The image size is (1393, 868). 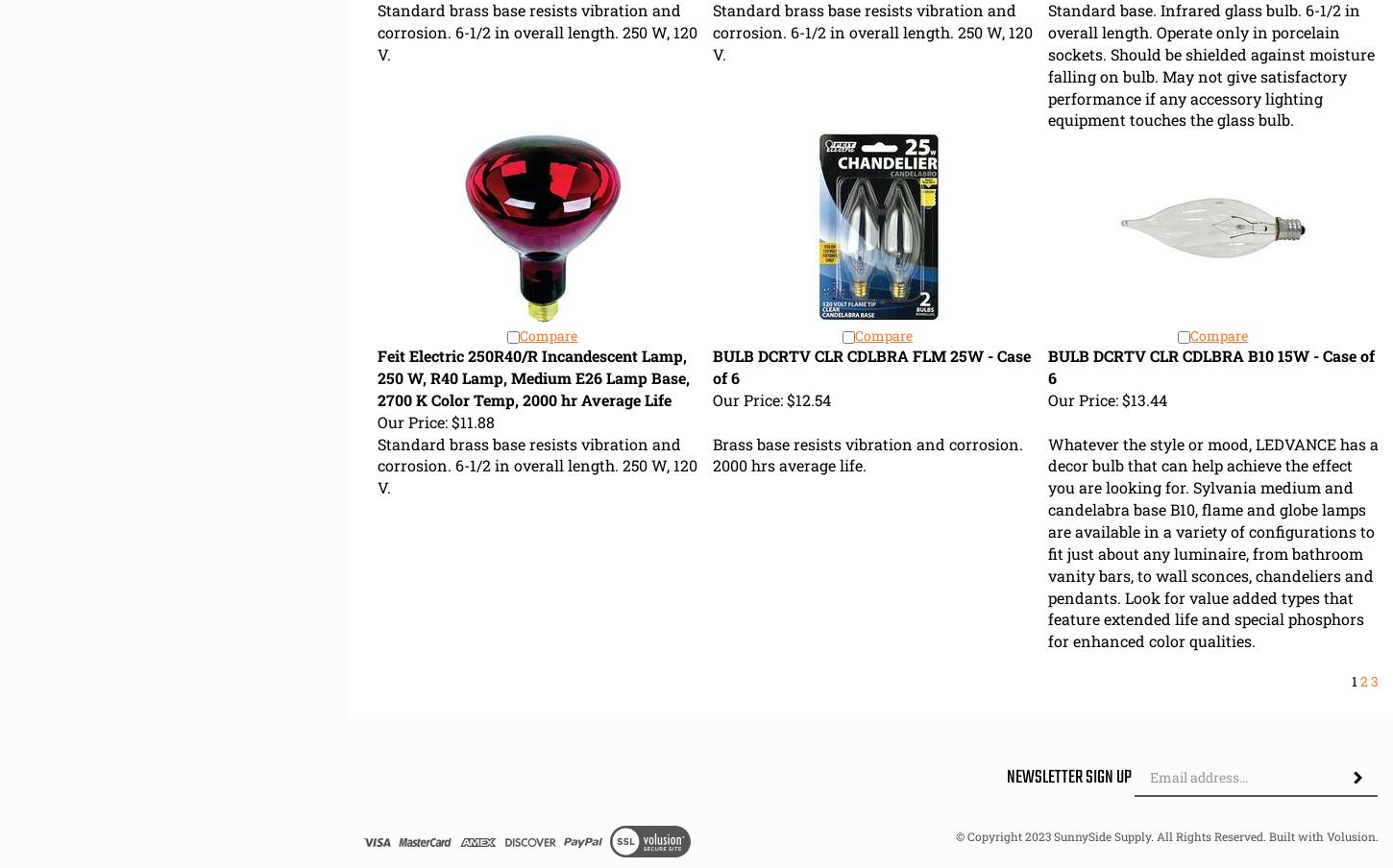 What do you see at coordinates (1210, 366) in the screenshot?
I see `'BULB DCRTV CLR CDLBRA B10 15W - Case of 6'` at bounding box center [1210, 366].